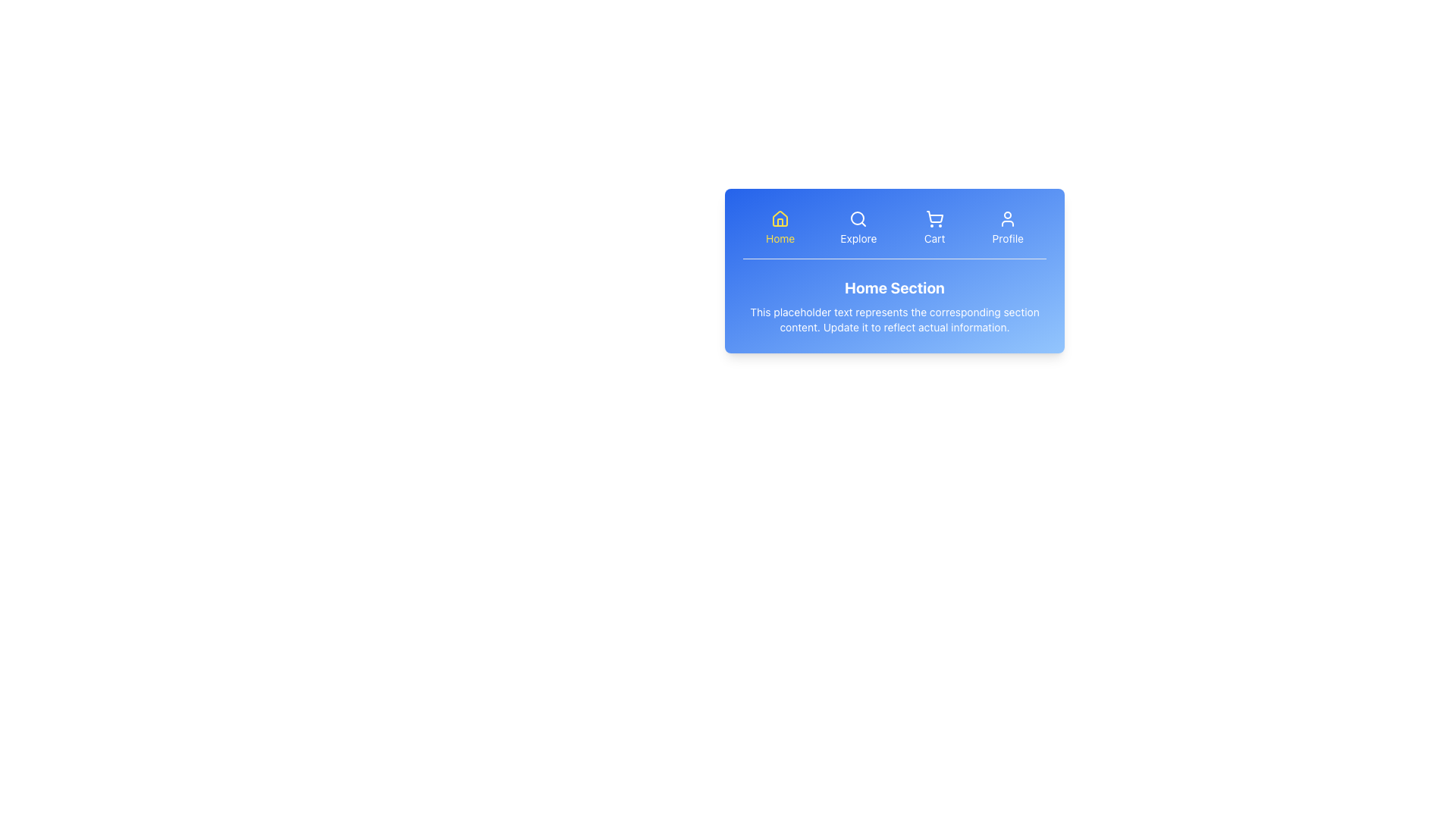 The image size is (1456, 819). What do you see at coordinates (934, 219) in the screenshot?
I see `the shopping cart icon located in the center of the 'Cart' tab in the top navigation bar` at bounding box center [934, 219].